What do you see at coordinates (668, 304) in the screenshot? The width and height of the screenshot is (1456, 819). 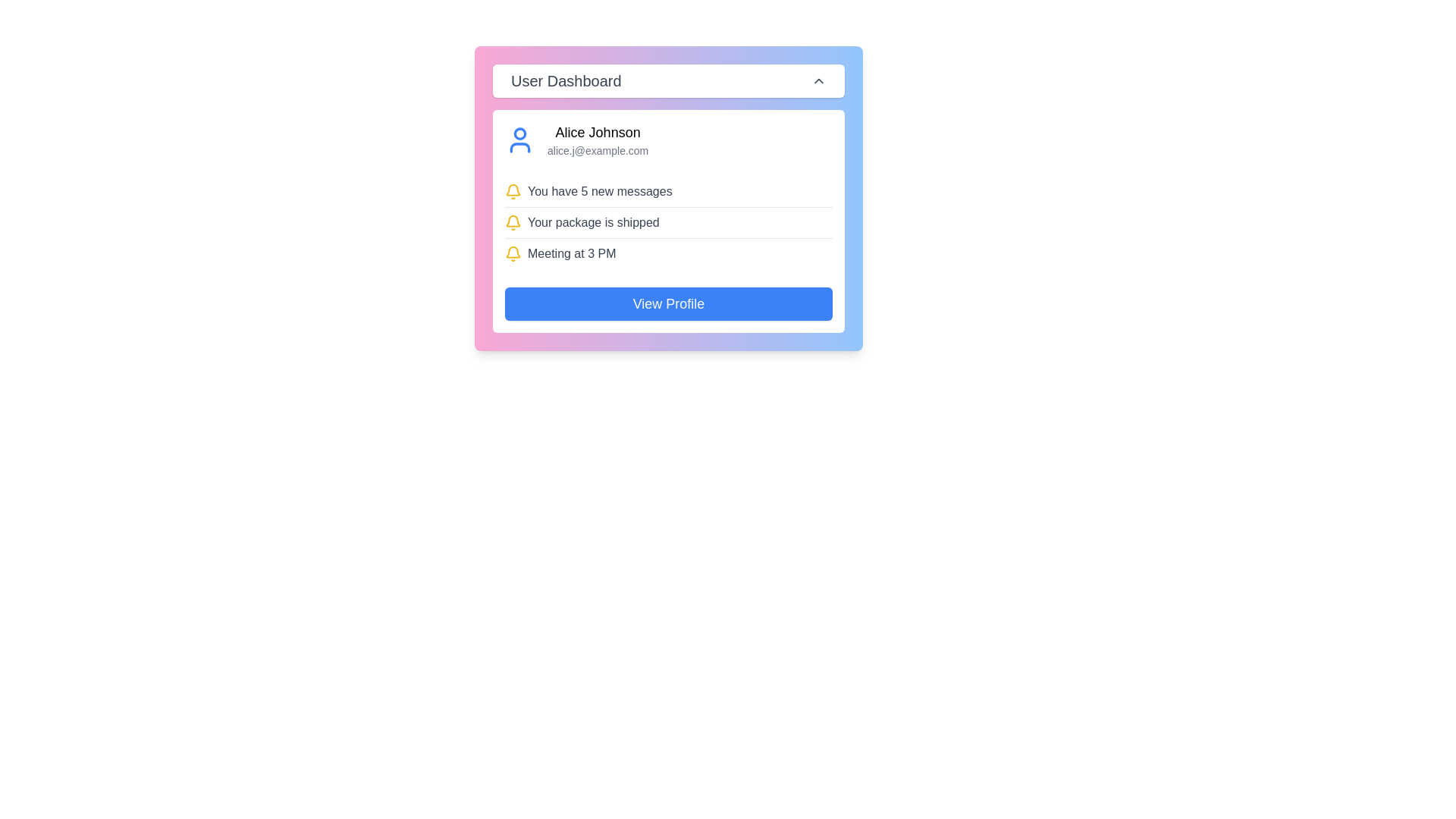 I see `the 'View Profile' button to proceed to the profile section` at bounding box center [668, 304].